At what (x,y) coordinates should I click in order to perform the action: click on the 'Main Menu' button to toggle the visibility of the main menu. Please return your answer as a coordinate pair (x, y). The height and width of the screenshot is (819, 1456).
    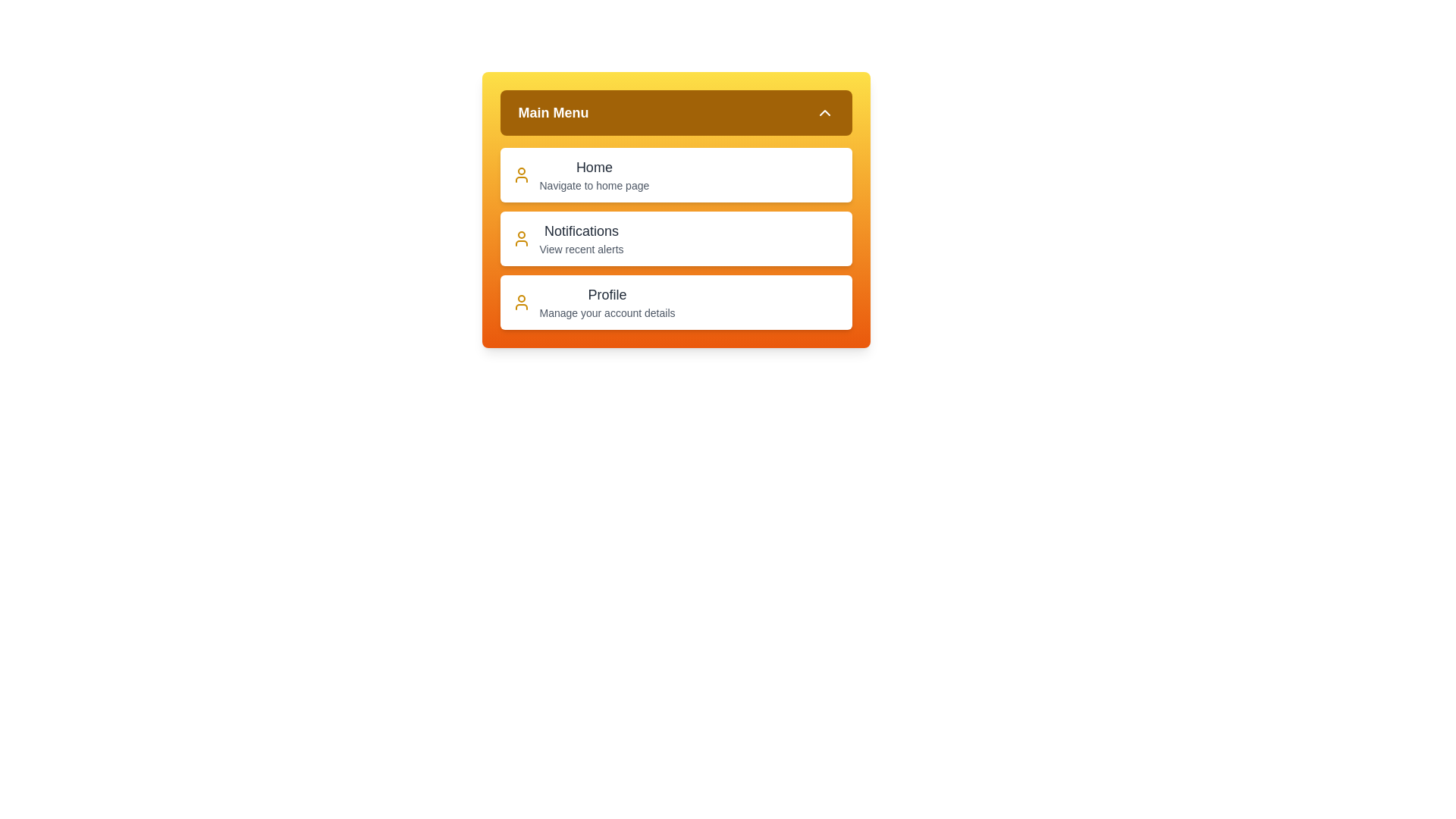
    Looking at the image, I should click on (675, 112).